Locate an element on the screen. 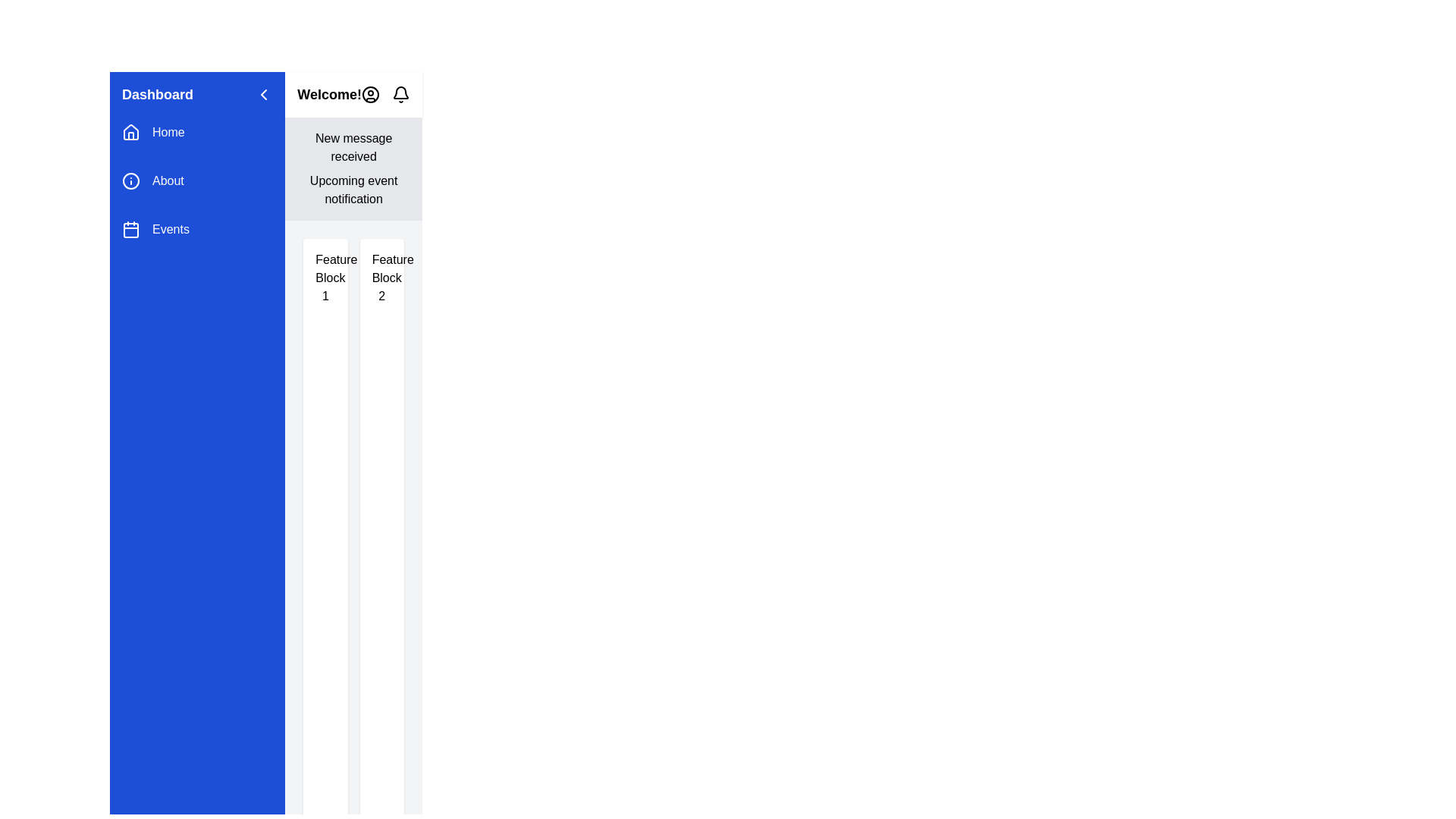  the left-pointing chevron SVG graphic in the top left sidebar is located at coordinates (264, 94).